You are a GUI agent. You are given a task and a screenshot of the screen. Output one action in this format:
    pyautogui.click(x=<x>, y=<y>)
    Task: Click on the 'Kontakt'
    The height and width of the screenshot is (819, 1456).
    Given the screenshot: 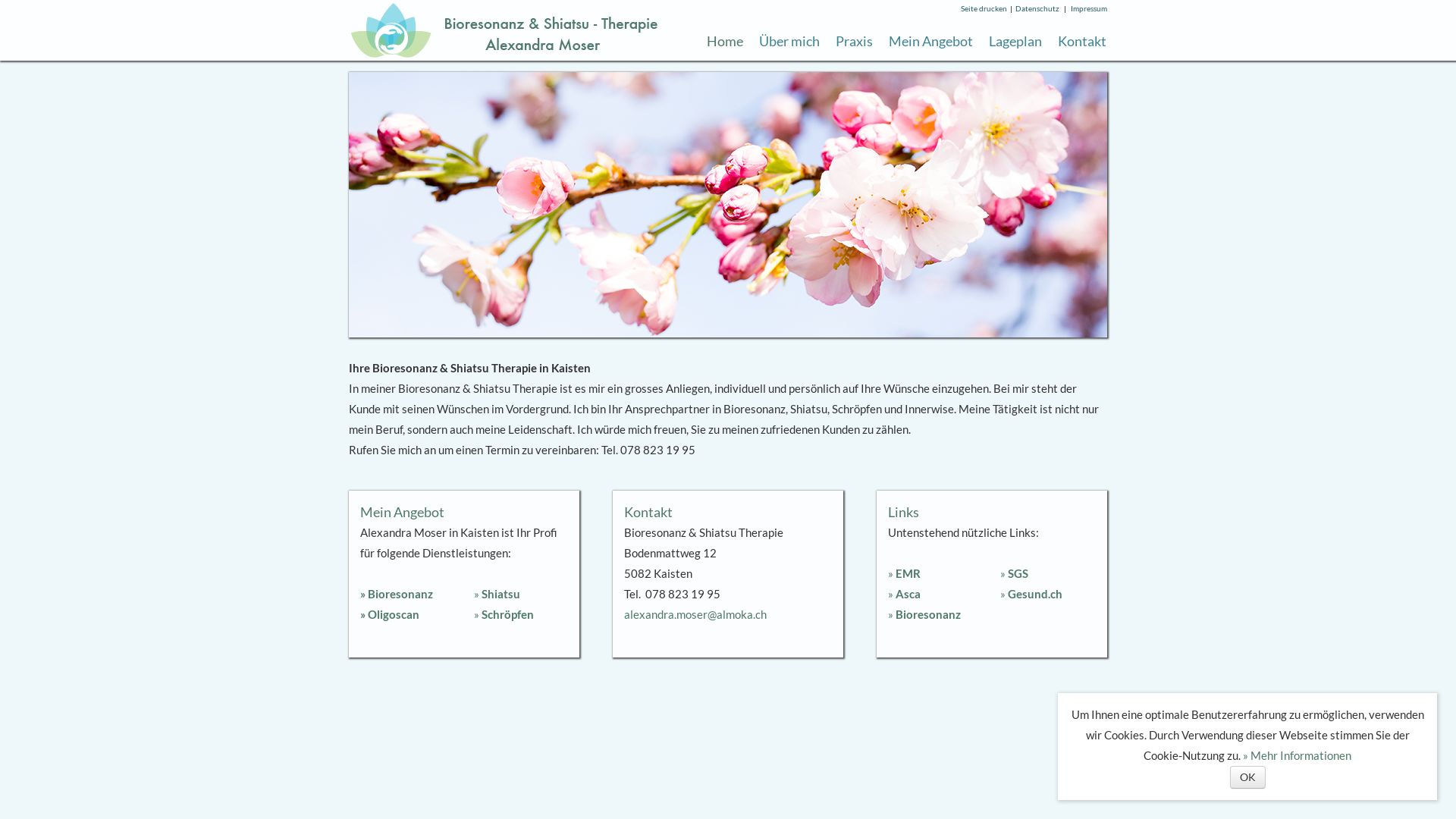 What is the action you would take?
    pyautogui.click(x=1081, y=40)
    